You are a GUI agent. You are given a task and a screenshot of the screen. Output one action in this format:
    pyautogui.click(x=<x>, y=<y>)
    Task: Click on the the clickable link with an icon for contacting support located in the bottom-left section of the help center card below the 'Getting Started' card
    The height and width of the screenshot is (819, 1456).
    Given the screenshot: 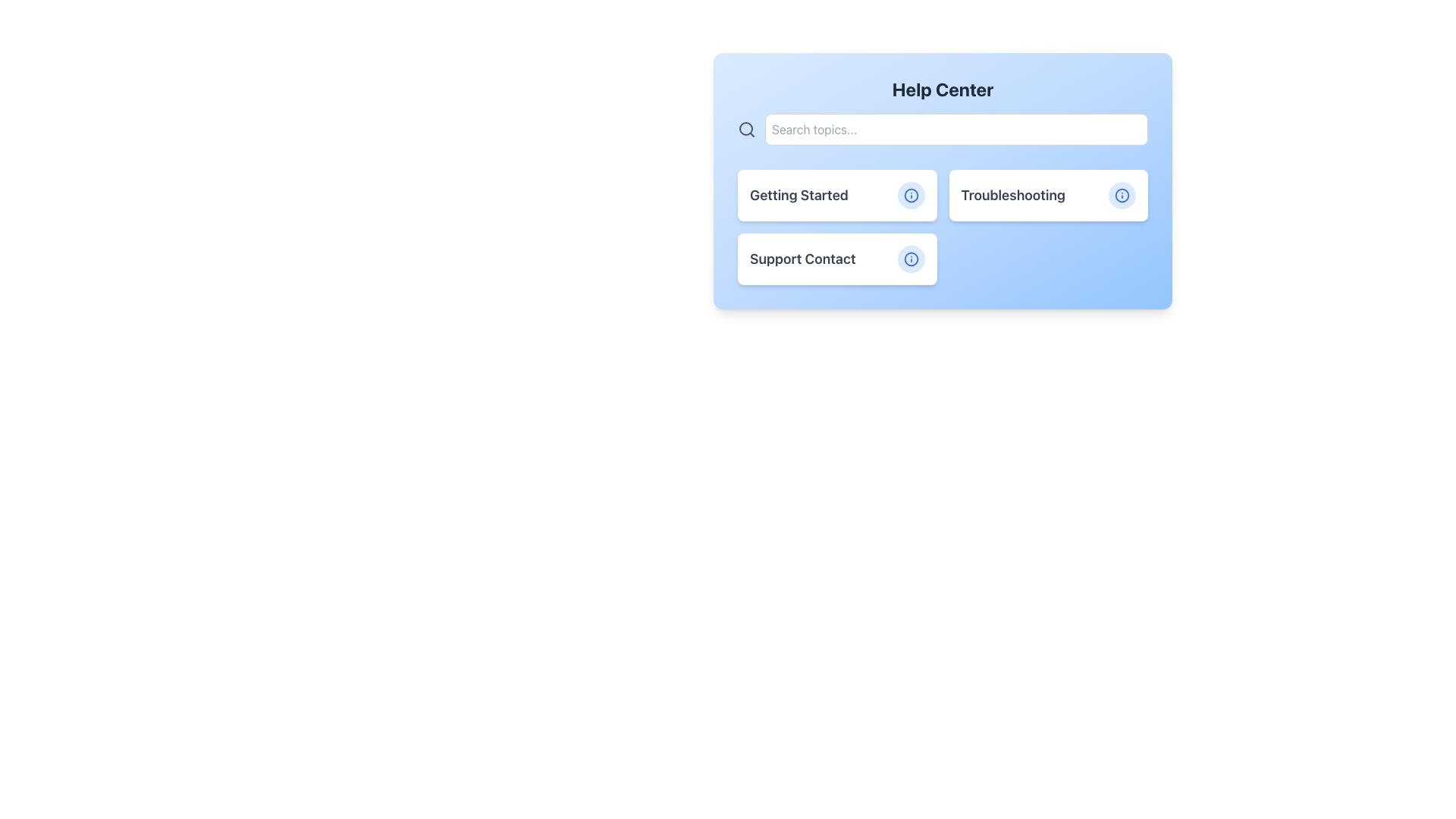 What is the action you would take?
    pyautogui.click(x=836, y=259)
    